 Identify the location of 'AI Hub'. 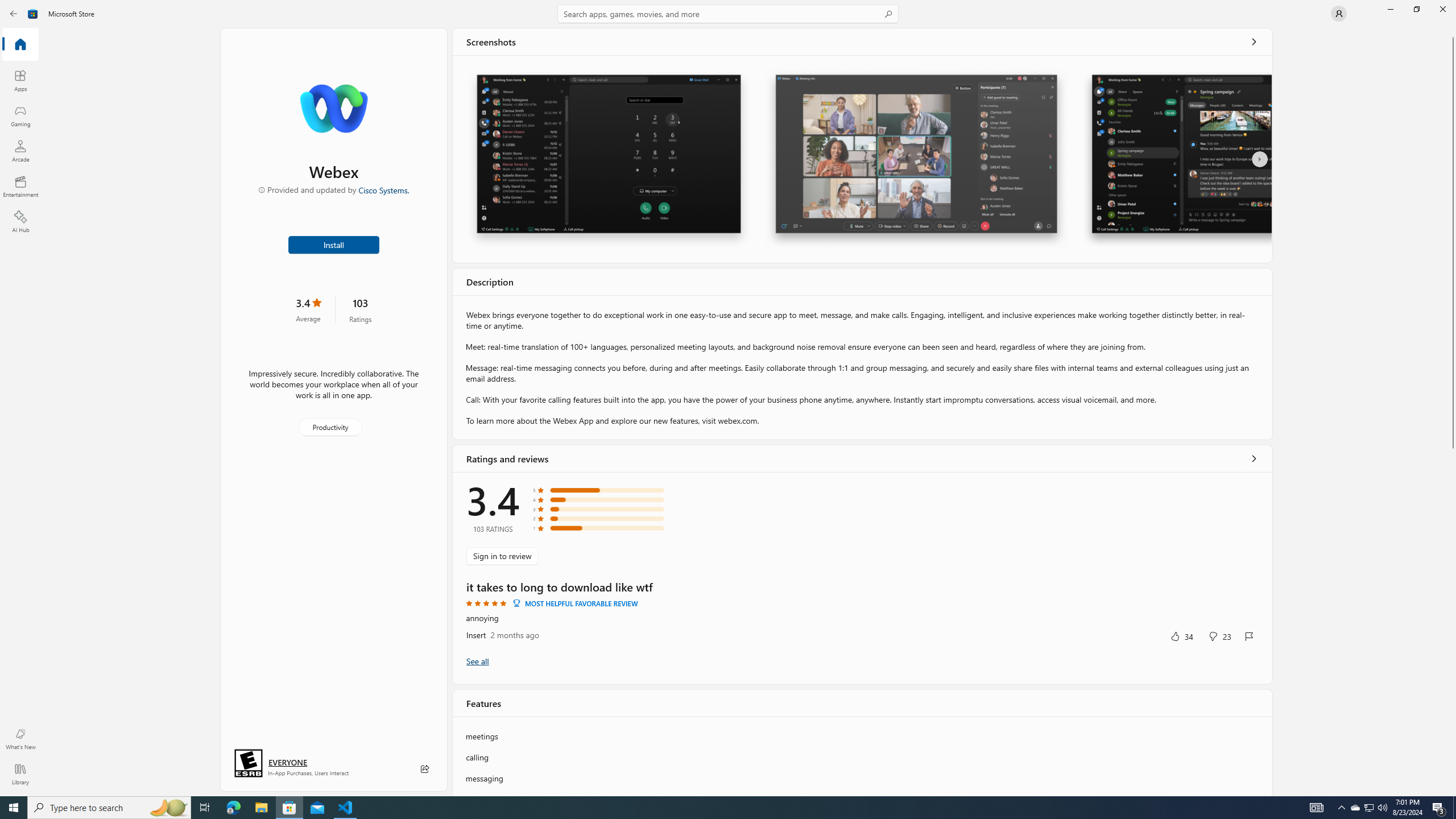
(19, 221).